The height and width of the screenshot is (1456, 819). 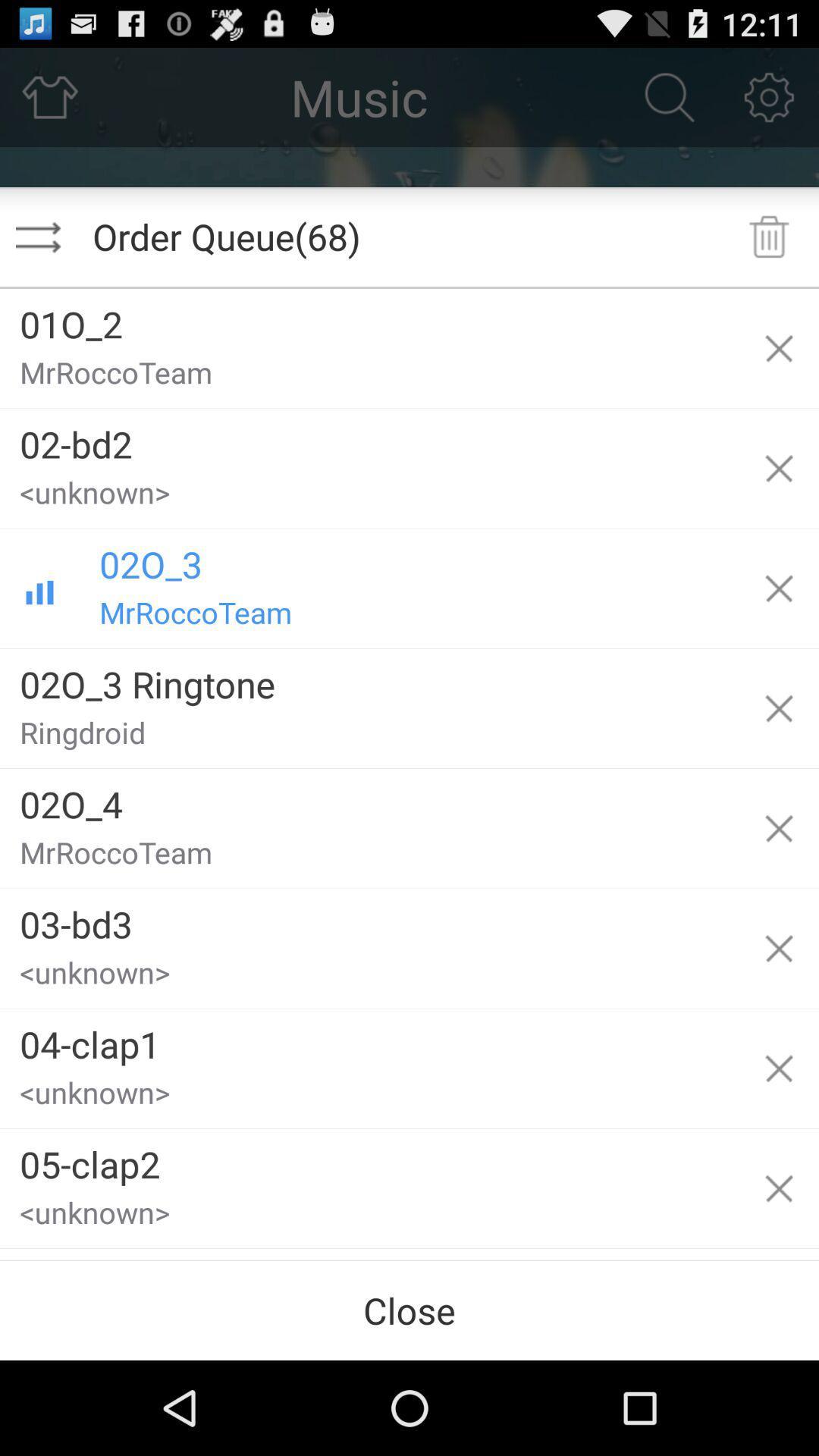 I want to click on 02-bd2 app, so click(x=369, y=438).